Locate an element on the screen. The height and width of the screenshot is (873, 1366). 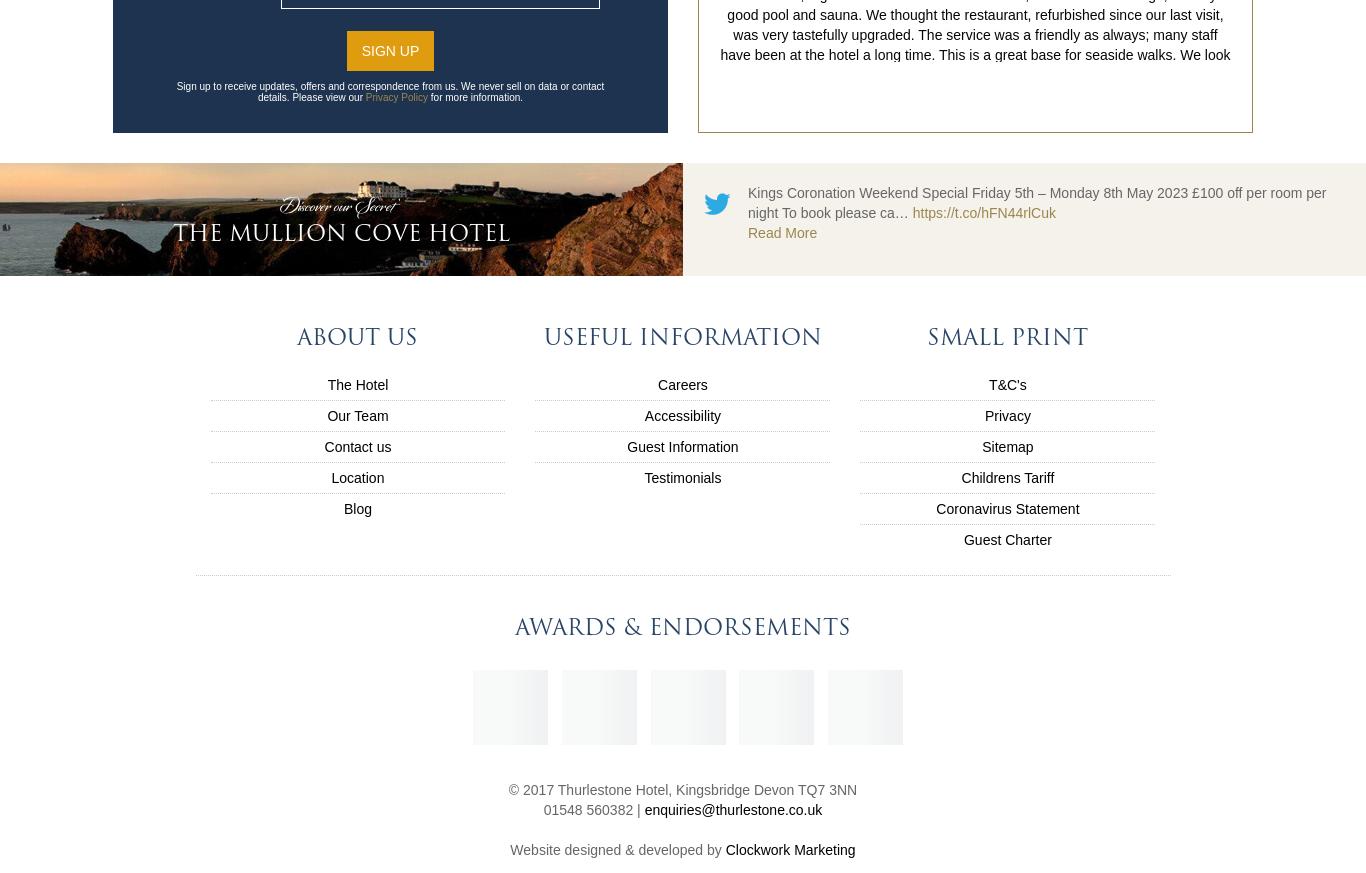
'Blog' is located at coordinates (356, 508).